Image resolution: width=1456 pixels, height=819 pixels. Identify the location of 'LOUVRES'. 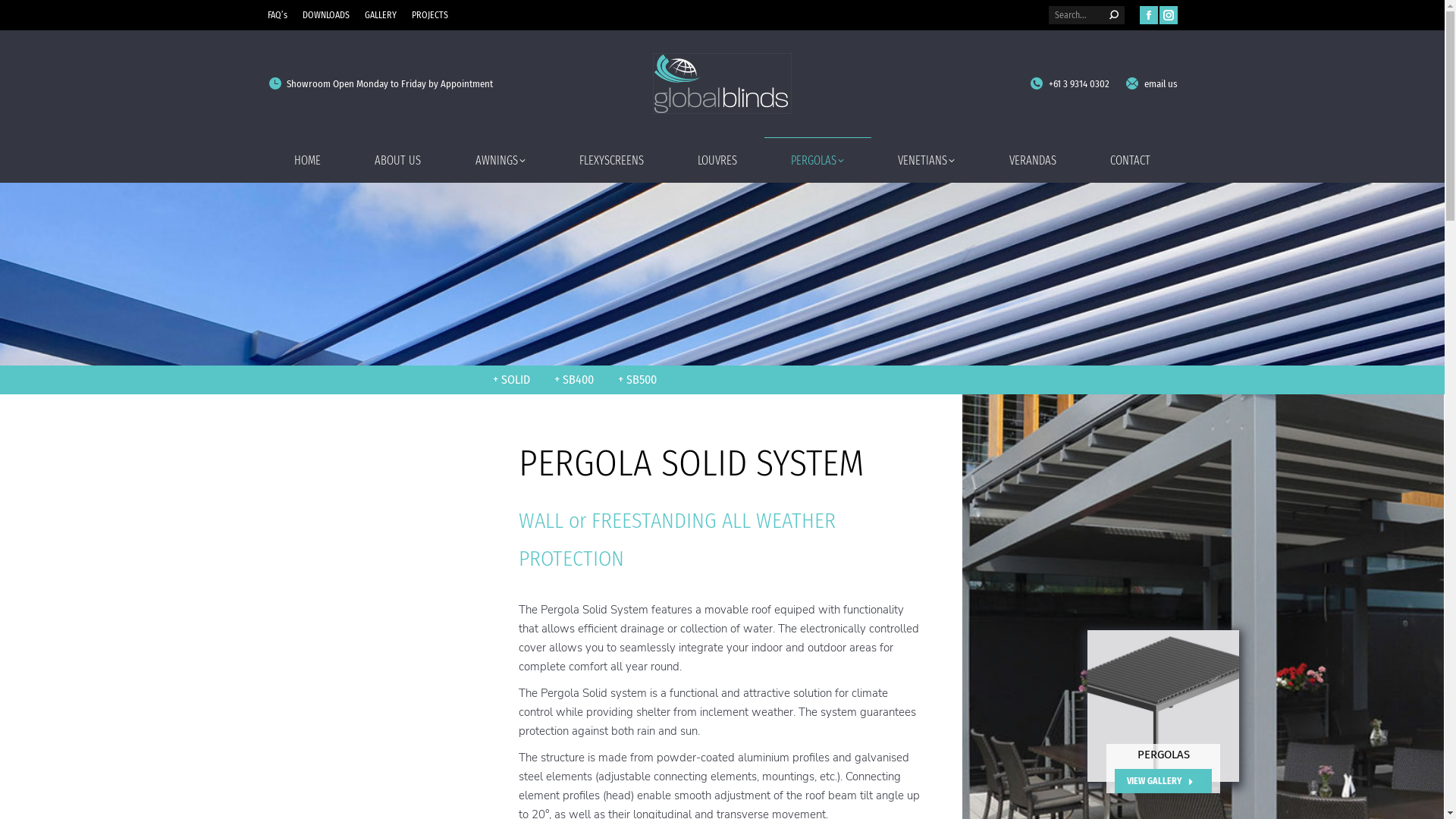
(669, 159).